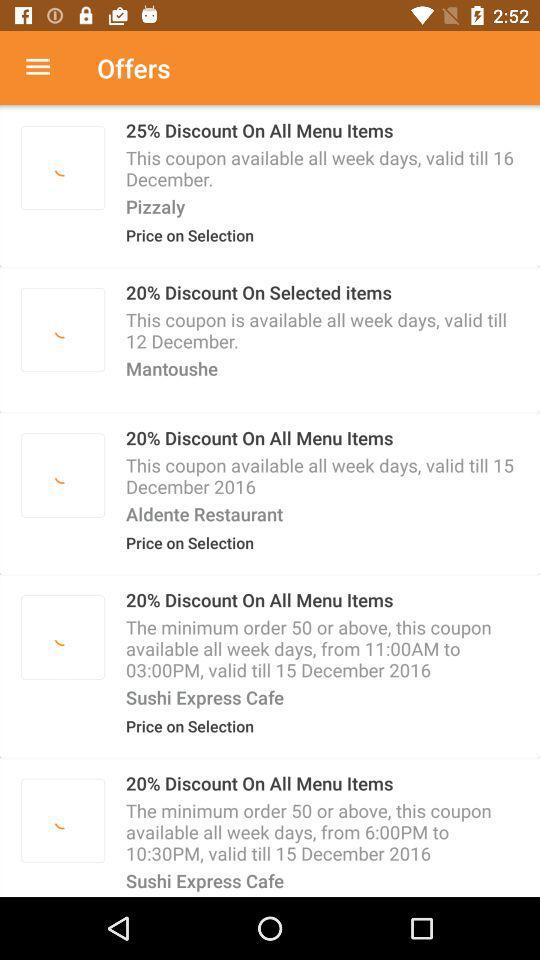  Describe the element at coordinates (48, 68) in the screenshot. I see `the item to the left of the offers item` at that location.